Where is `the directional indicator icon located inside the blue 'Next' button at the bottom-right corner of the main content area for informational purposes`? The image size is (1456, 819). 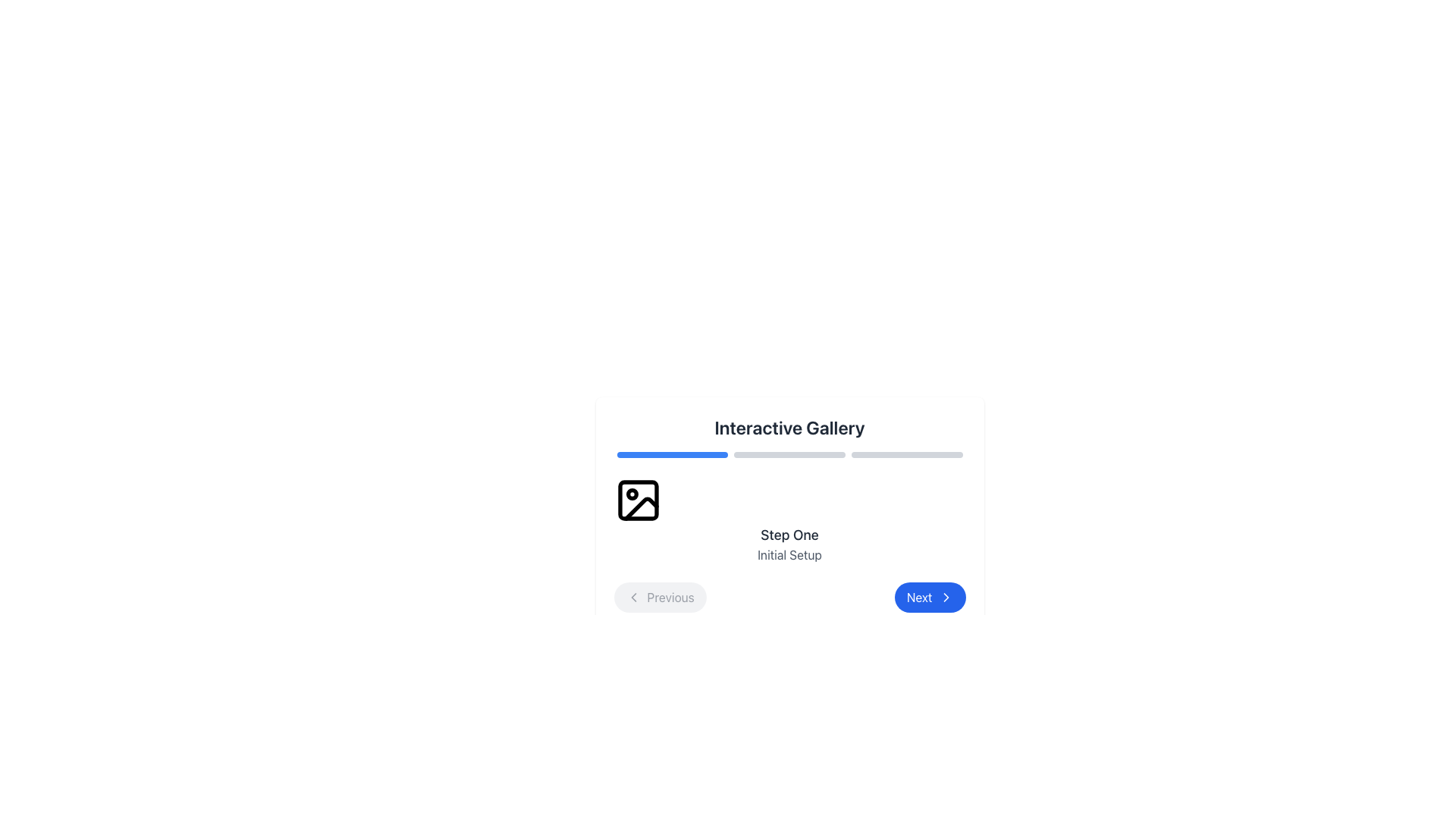 the directional indicator icon located inside the blue 'Next' button at the bottom-right corner of the main content area for informational purposes is located at coordinates (945, 596).